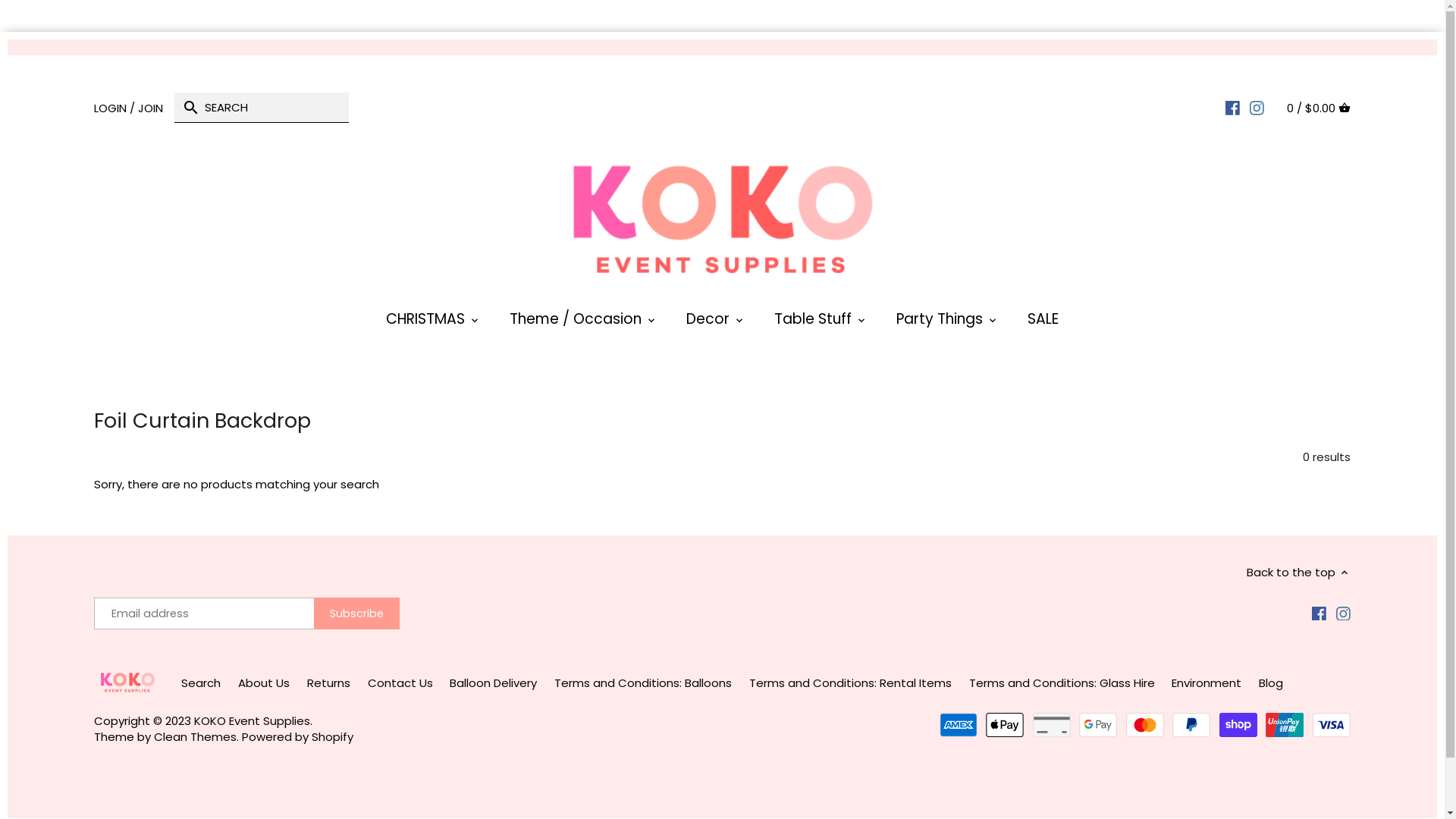  Describe the element at coordinates (1061, 682) in the screenshot. I see `'Terms and Conditions: Glass Hire'` at that location.